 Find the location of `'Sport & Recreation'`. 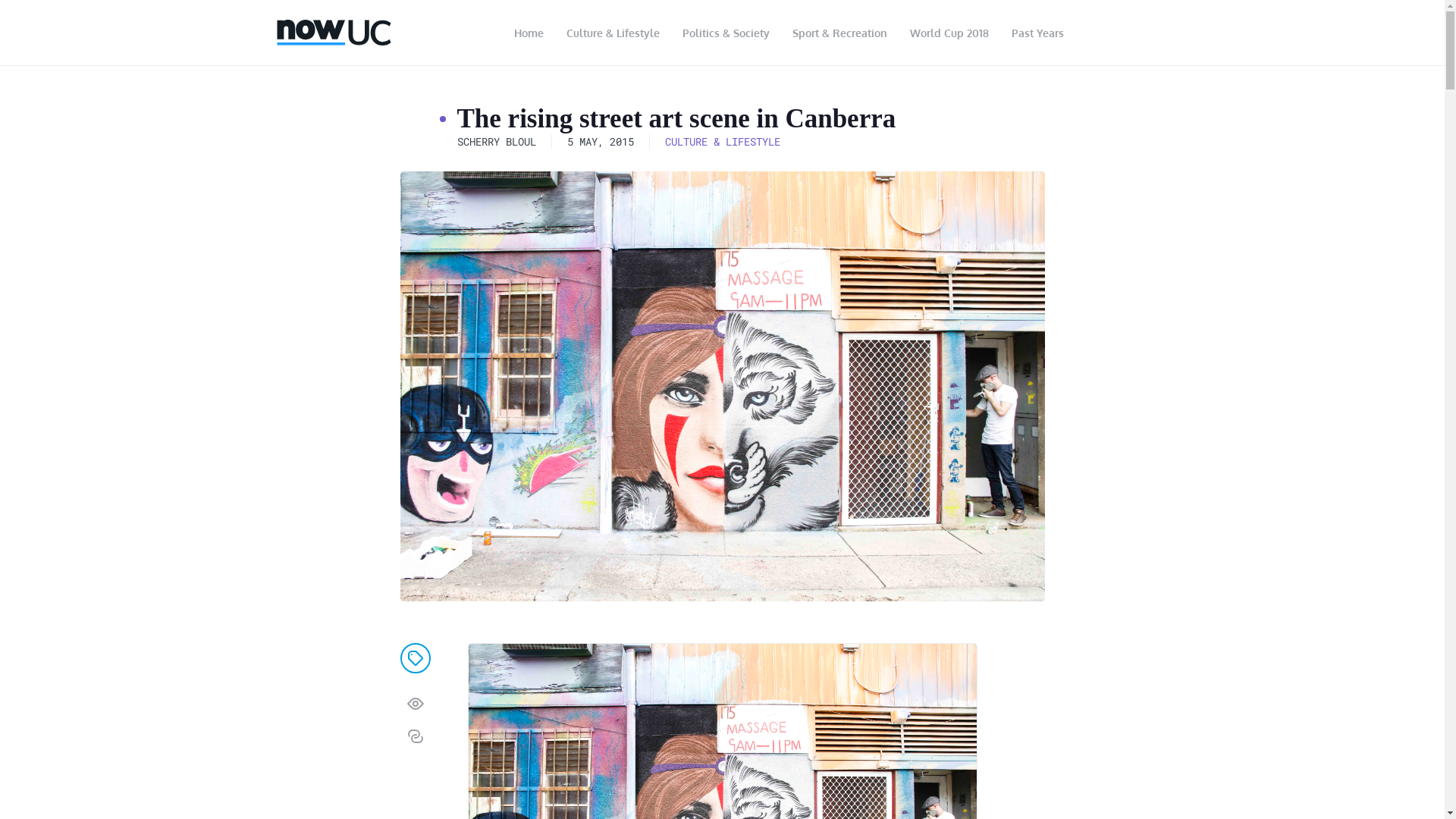

'Sport & Recreation' is located at coordinates (839, 33).